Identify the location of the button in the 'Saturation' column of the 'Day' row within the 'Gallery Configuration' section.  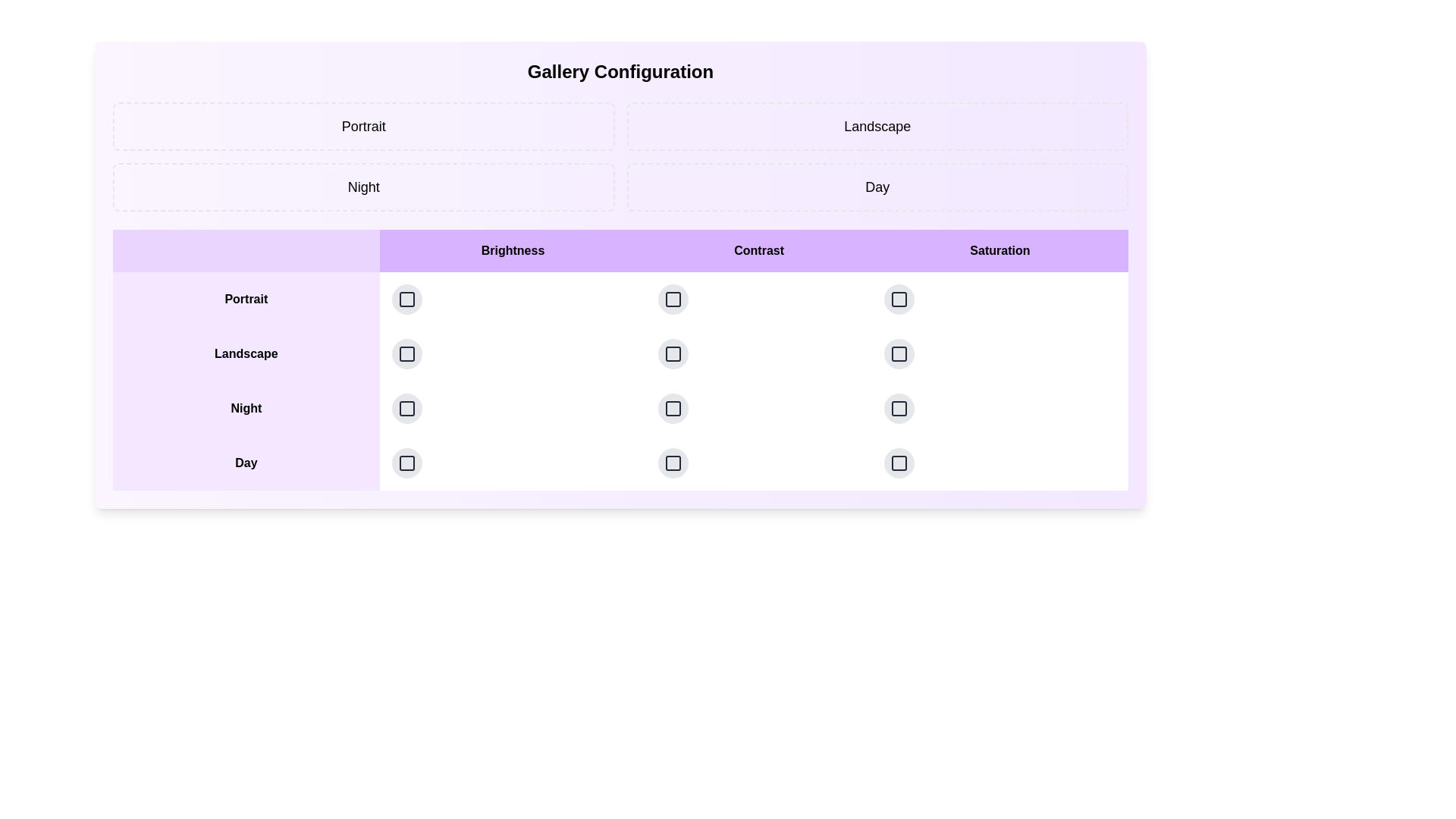
(899, 462).